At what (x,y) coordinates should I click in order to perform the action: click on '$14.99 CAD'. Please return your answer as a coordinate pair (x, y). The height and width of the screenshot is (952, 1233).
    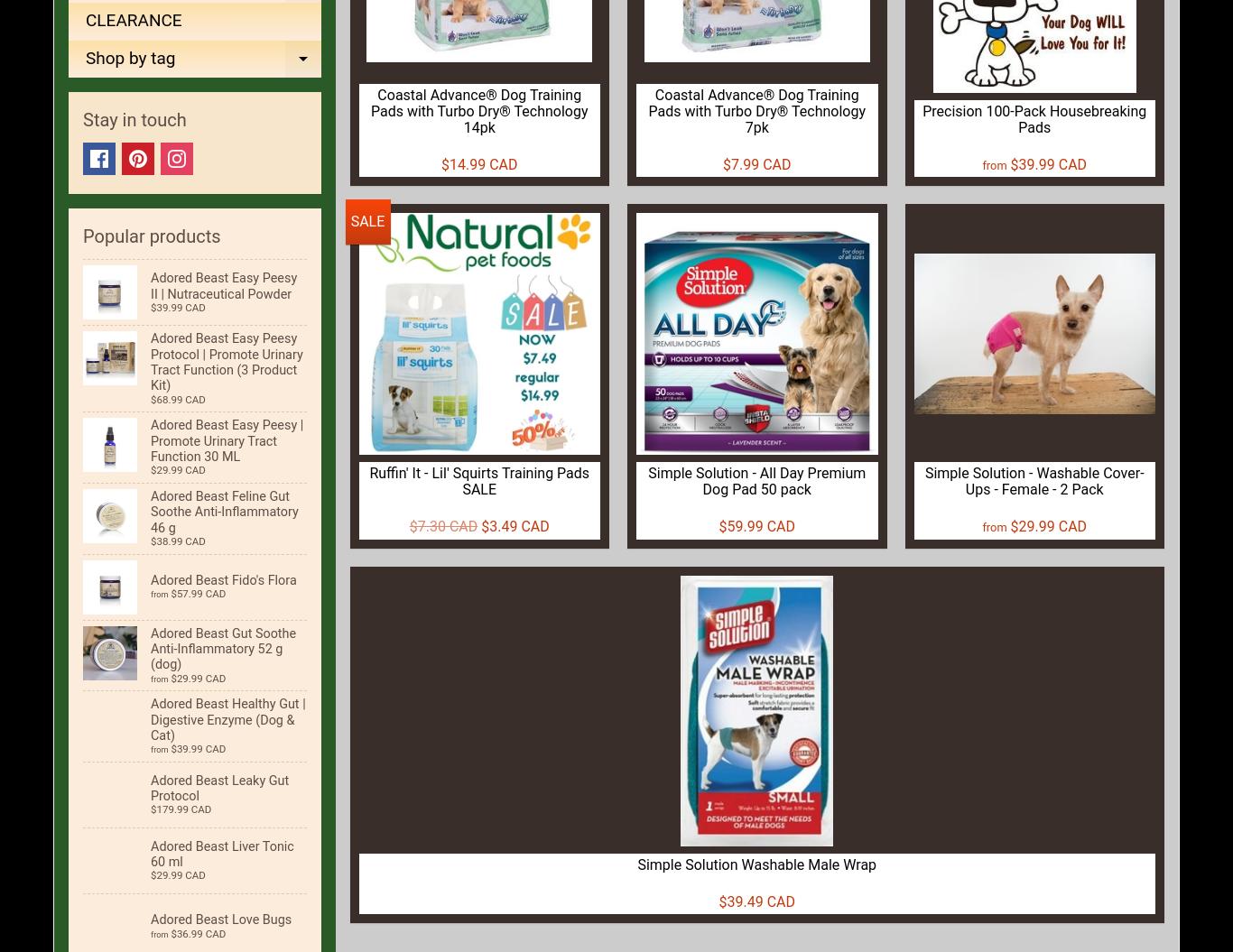
    Looking at the image, I should click on (478, 163).